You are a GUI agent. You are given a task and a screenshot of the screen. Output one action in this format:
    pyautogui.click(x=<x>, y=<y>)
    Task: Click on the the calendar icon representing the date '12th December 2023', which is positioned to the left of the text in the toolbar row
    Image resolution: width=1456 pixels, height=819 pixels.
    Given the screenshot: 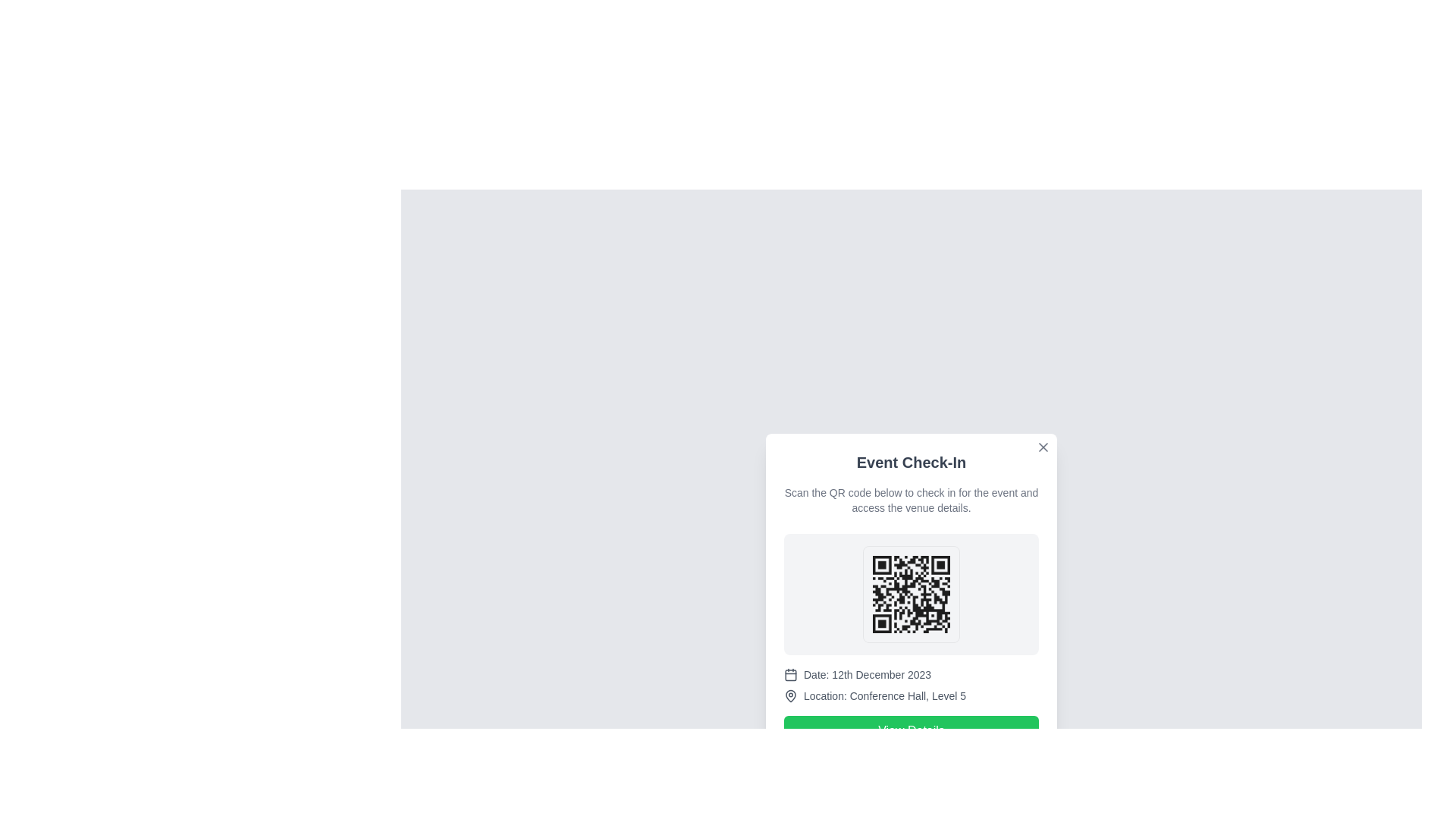 What is the action you would take?
    pyautogui.click(x=789, y=674)
    